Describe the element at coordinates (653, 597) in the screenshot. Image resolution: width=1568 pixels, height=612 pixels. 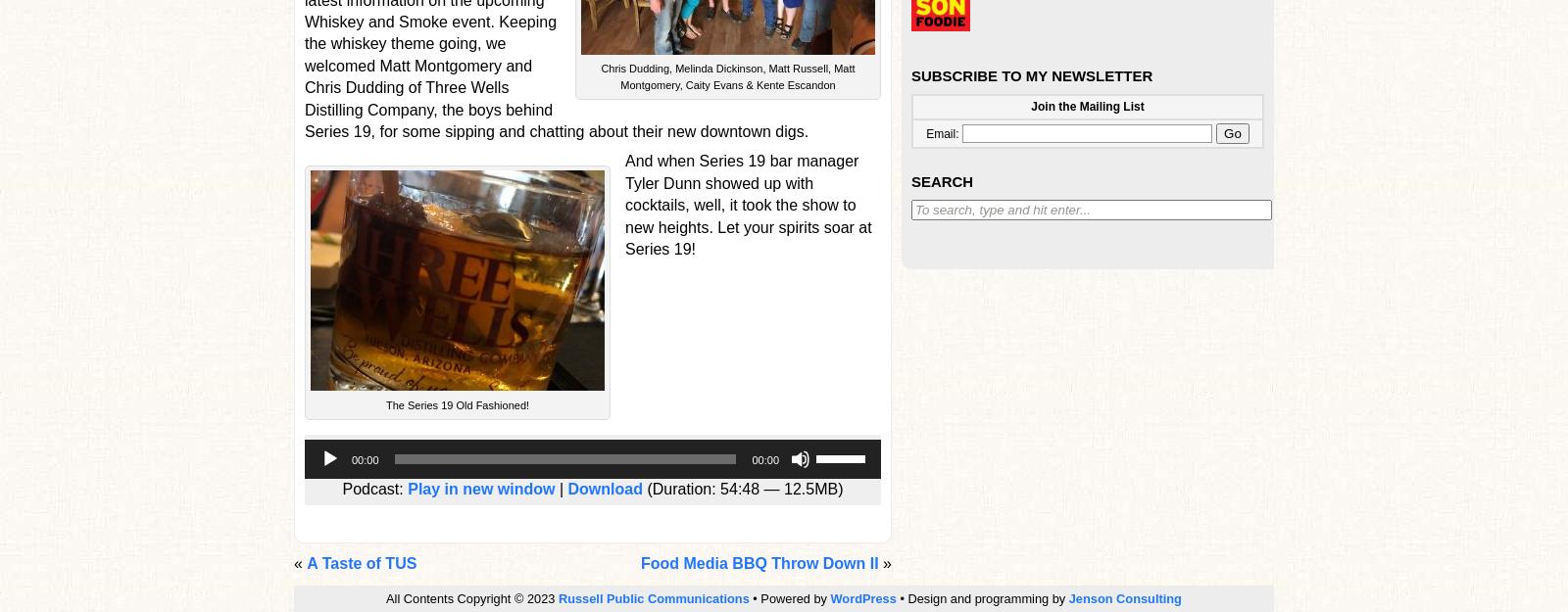
I see `'Russell Public Communications'` at that location.